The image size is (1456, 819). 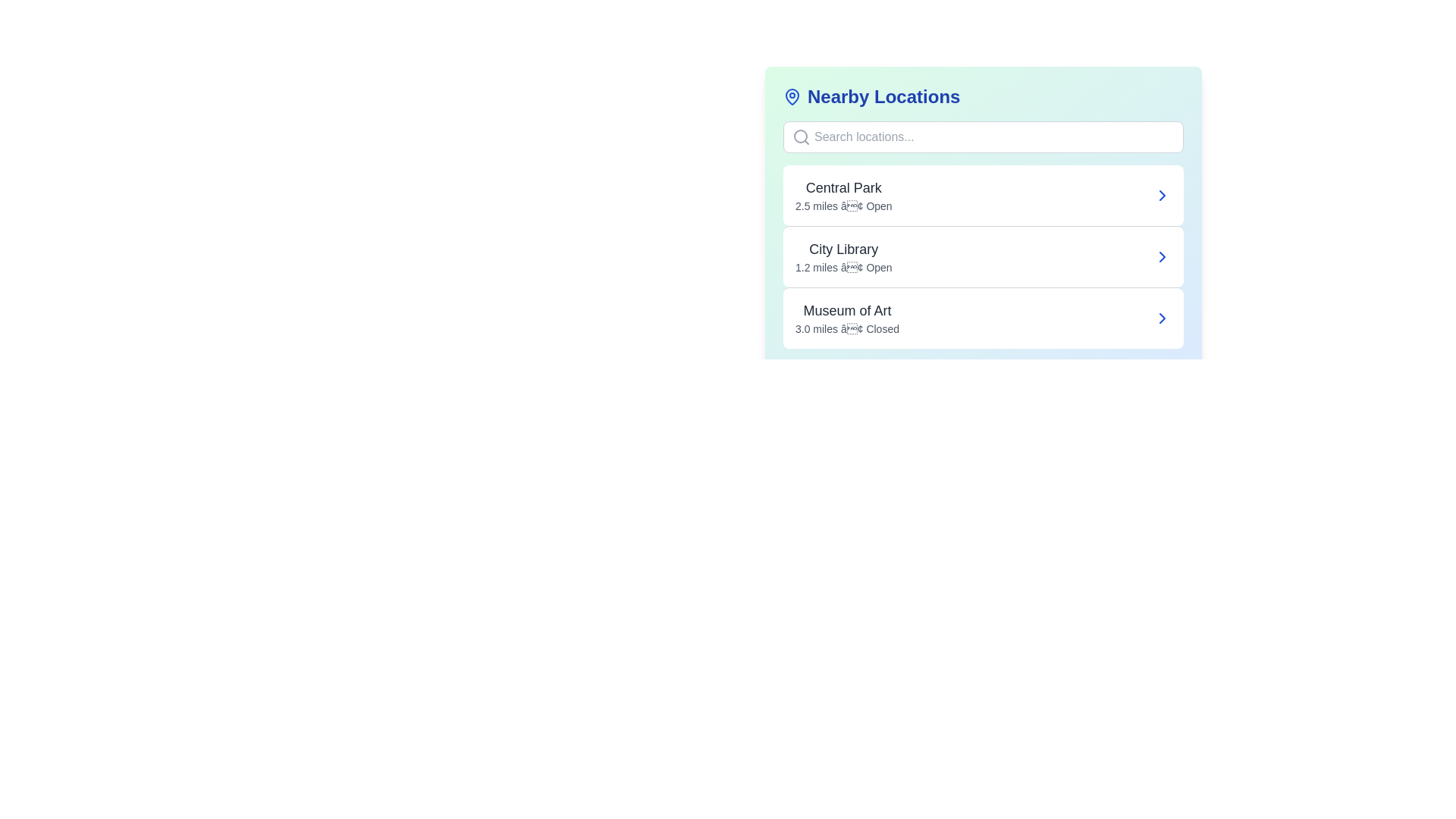 I want to click on the first card in the list of nearby locations that navigates to information about Central Park, so click(x=983, y=195).